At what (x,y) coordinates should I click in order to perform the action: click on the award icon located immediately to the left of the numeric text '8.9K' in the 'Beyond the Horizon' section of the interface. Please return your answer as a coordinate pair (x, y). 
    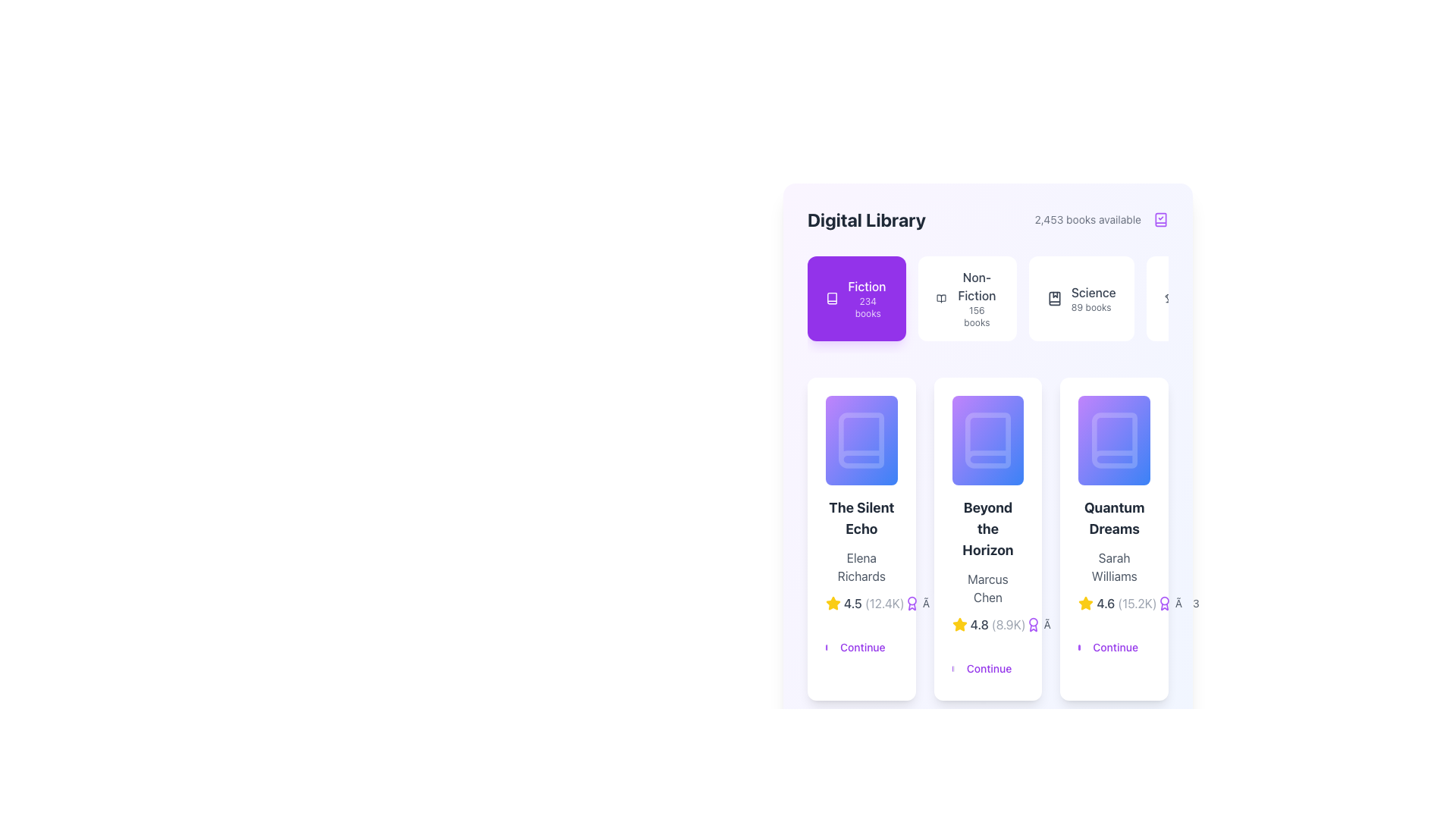
    Looking at the image, I should click on (1032, 625).